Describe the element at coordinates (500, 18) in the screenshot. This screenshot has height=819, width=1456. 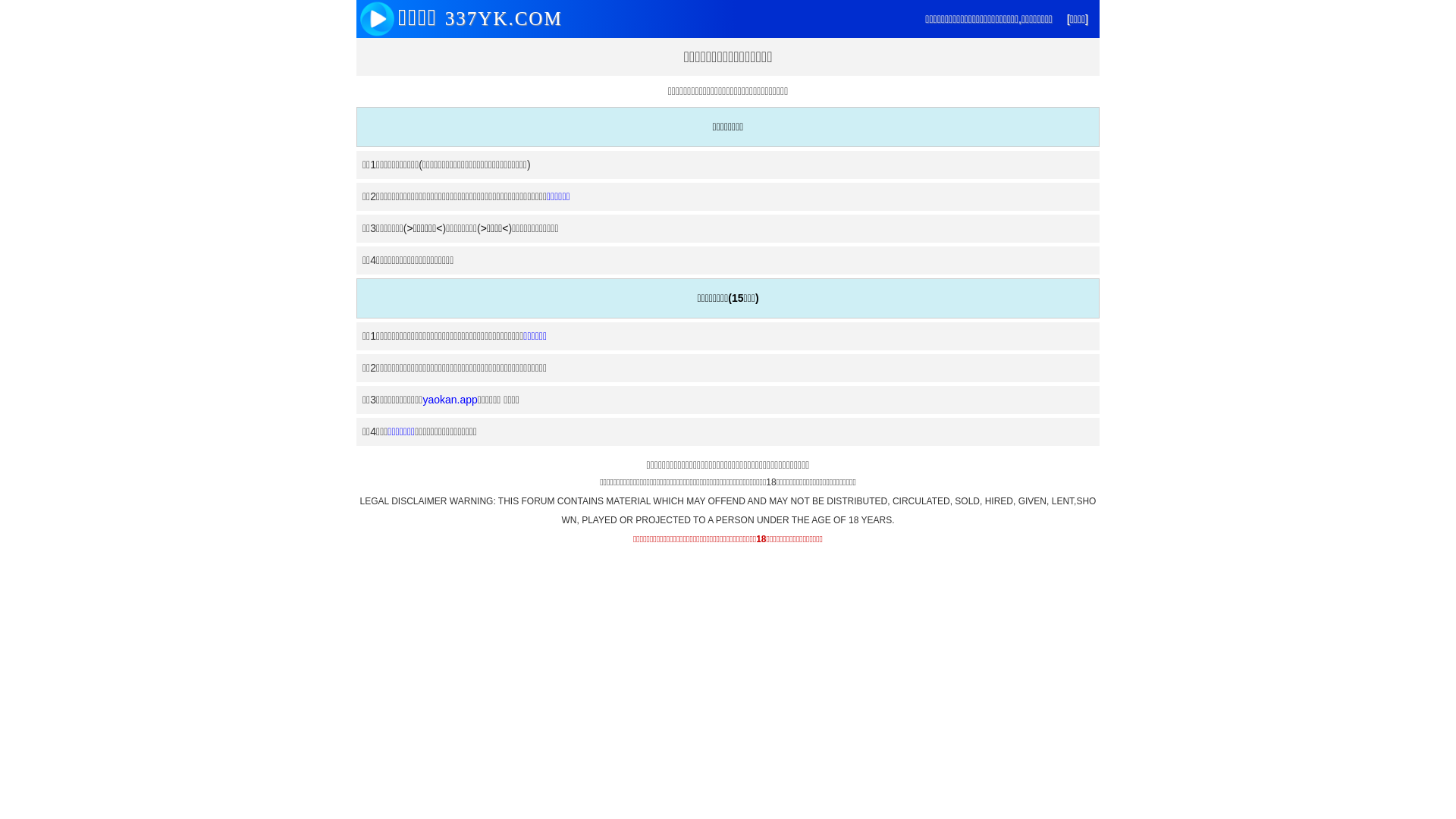
I see `'337YK.COM'` at that location.